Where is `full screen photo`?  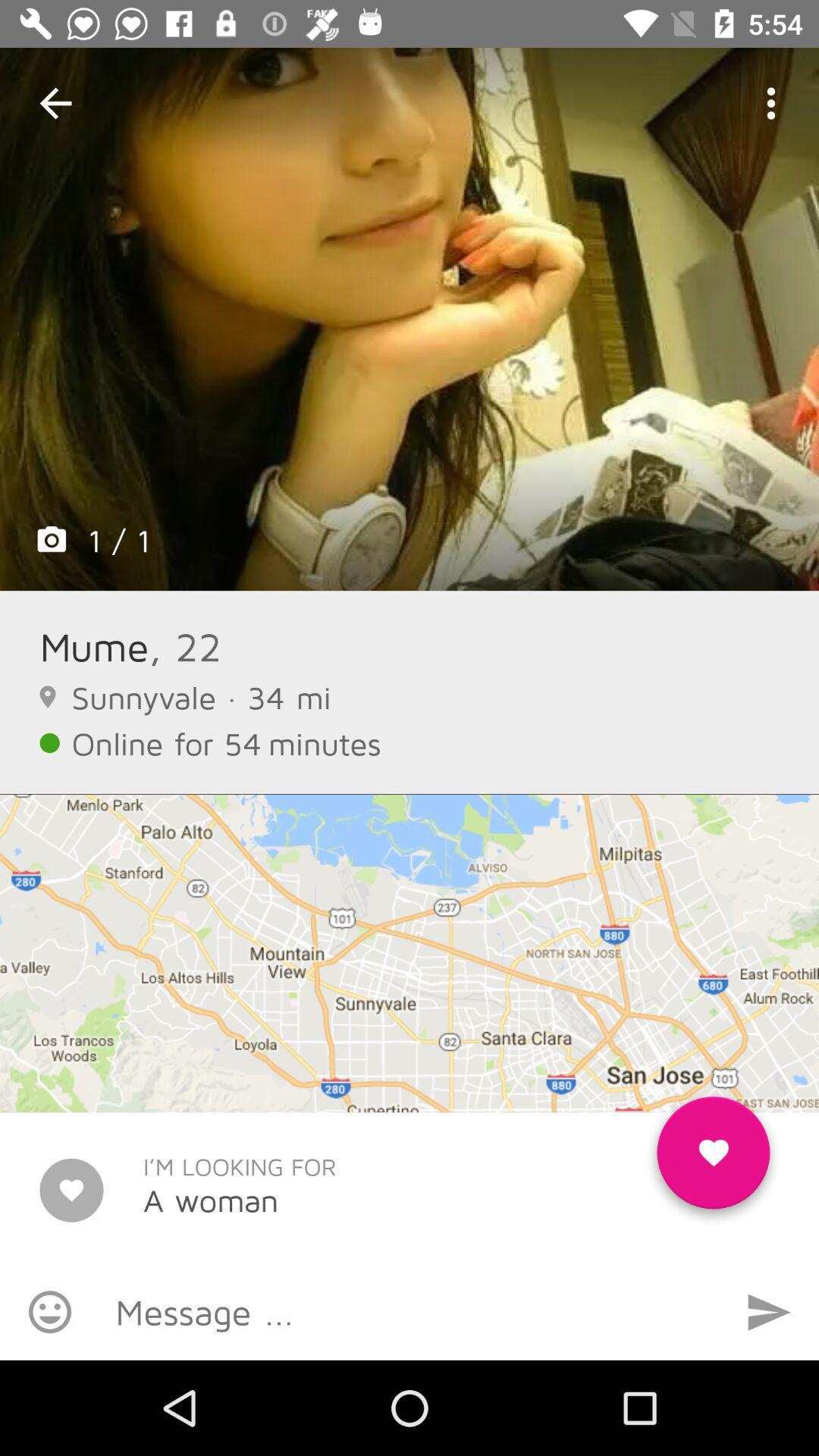 full screen photo is located at coordinates (409, 318).